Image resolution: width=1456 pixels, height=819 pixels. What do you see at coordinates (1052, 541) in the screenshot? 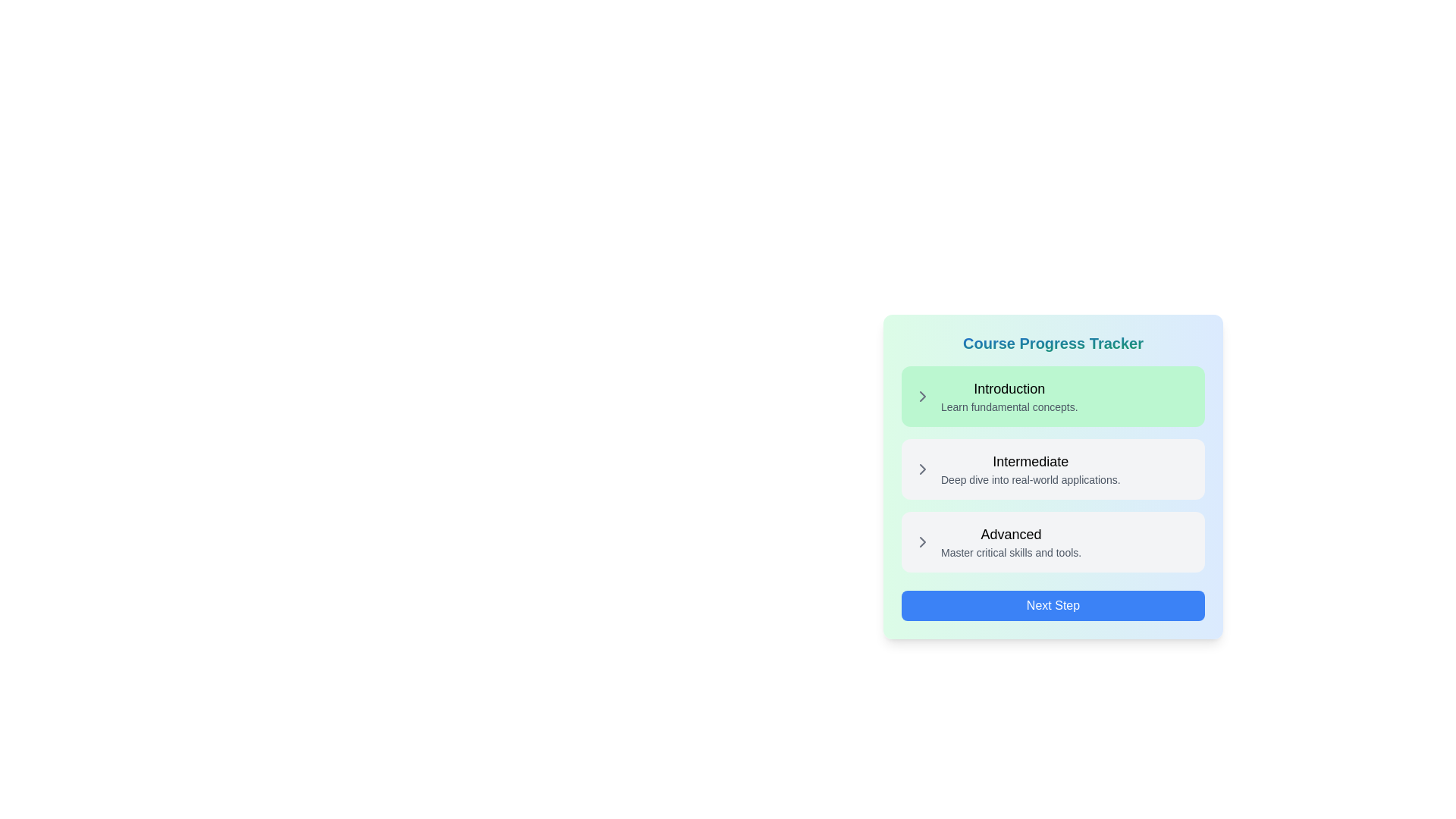
I see `the 'Advanced' course section, which is the third item in the vertical list of course sections` at bounding box center [1052, 541].